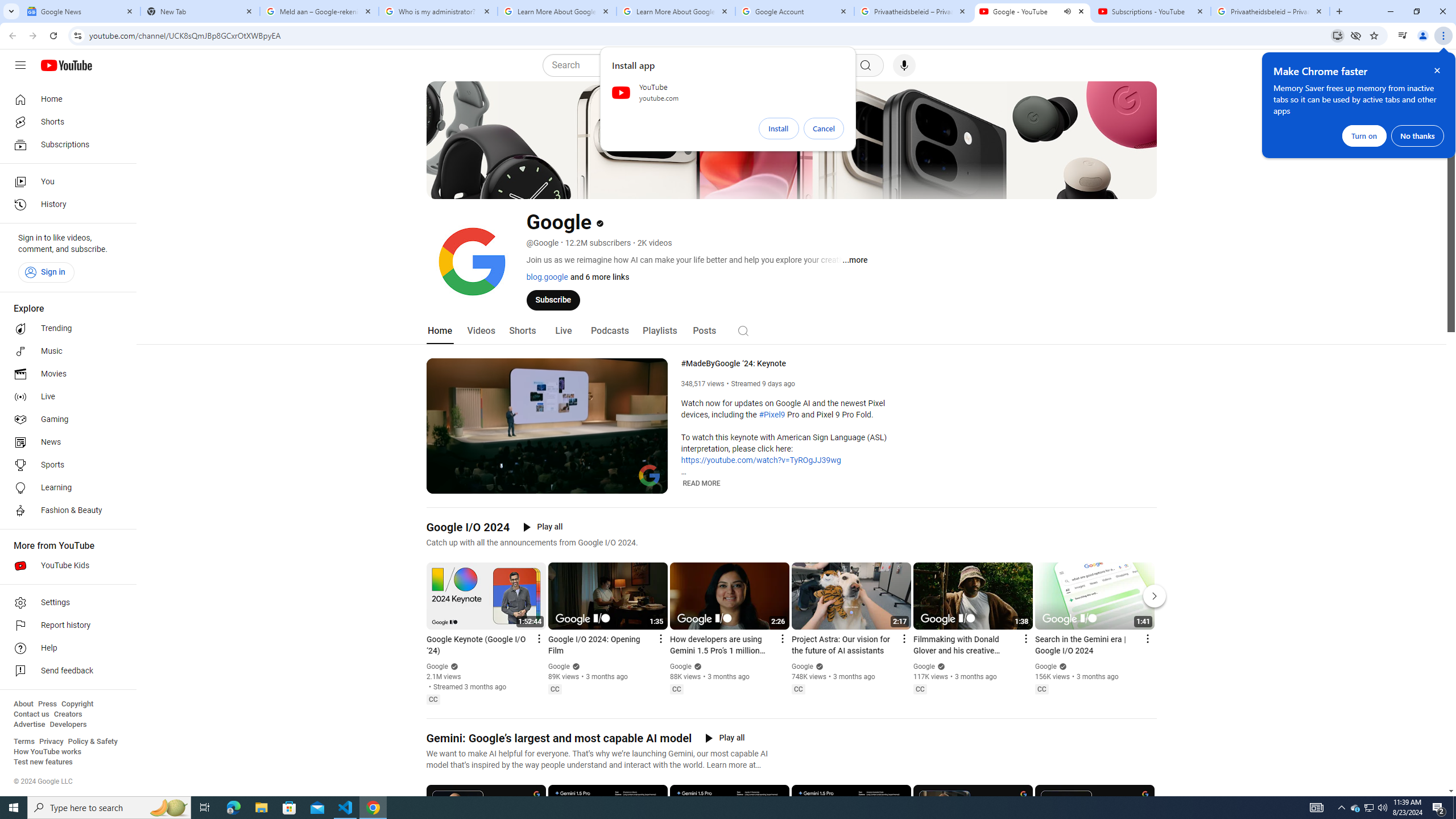 The height and width of the screenshot is (819, 1456). Describe the element at coordinates (65, 65) in the screenshot. I see `'YouTube Home'` at that location.